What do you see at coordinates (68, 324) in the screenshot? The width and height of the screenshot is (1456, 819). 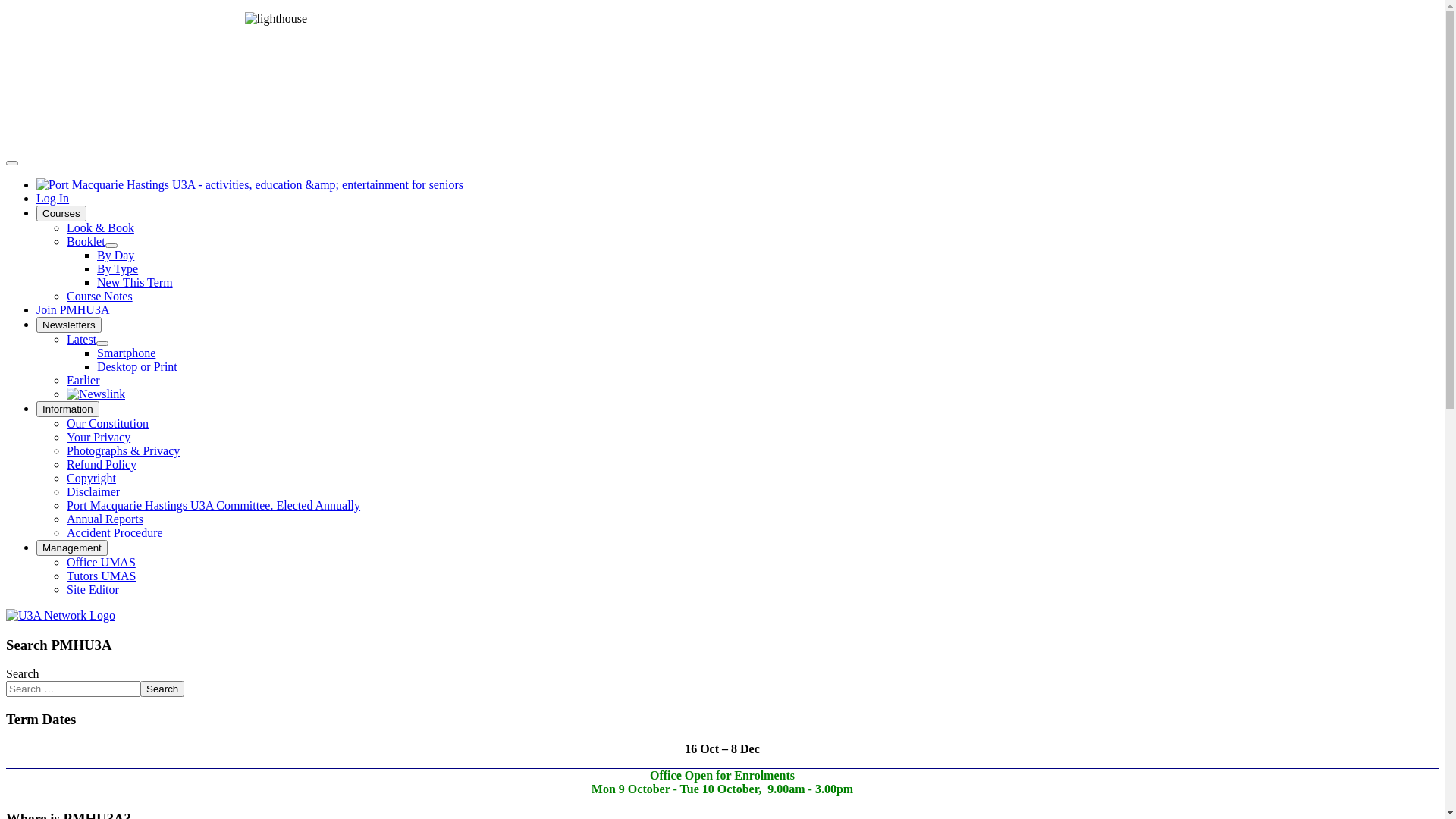 I see `'Newsletters'` at bounding box center [68, 324].